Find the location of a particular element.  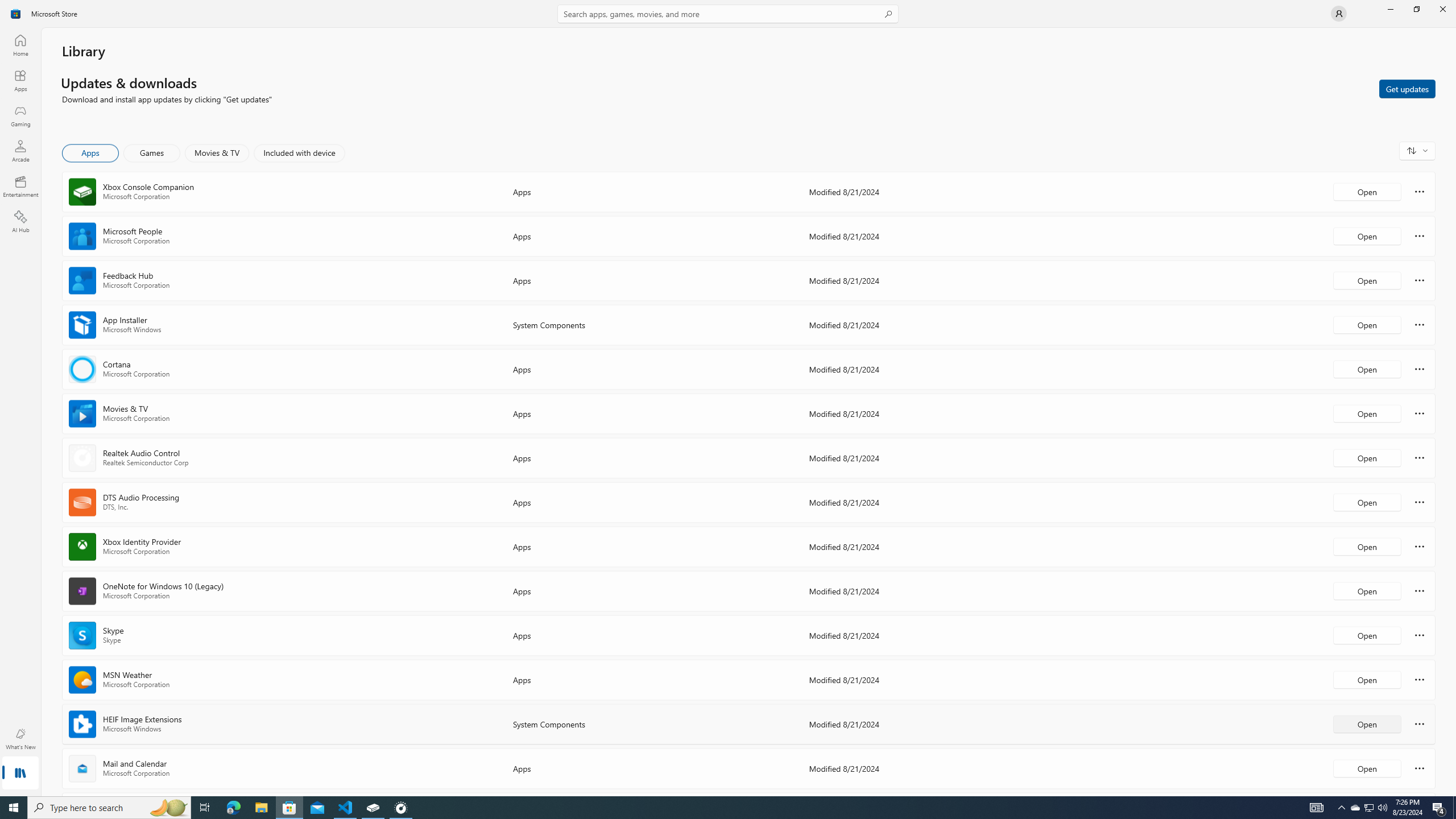

'Get updates' is located at coordinates (1407, 88).